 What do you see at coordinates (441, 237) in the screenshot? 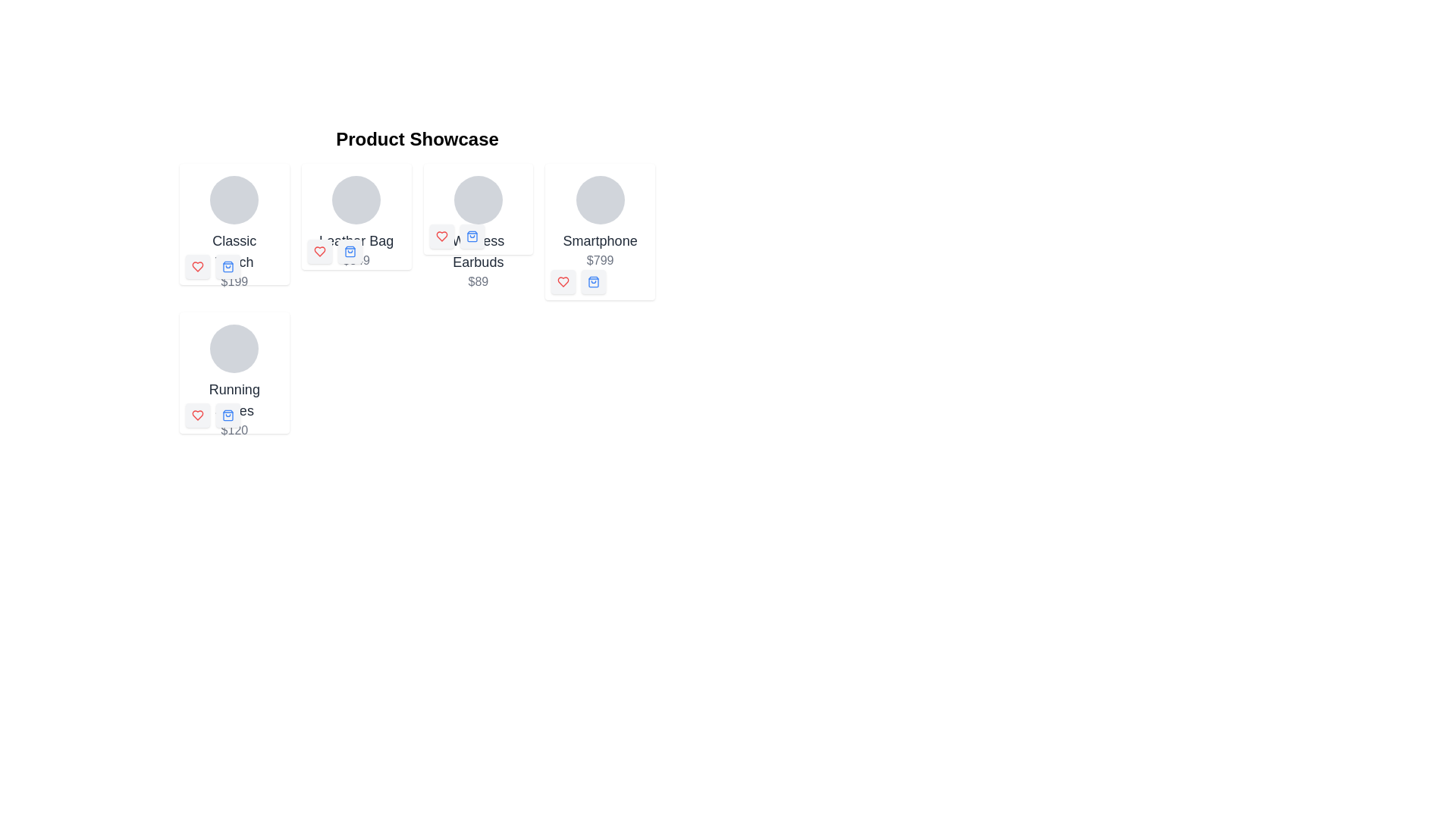
I see `the heart-shaped icon outlined in red to favorite the item, located in the third product card from the left on the top row, directly below the image placeholder` at bounding box center [441, 237].